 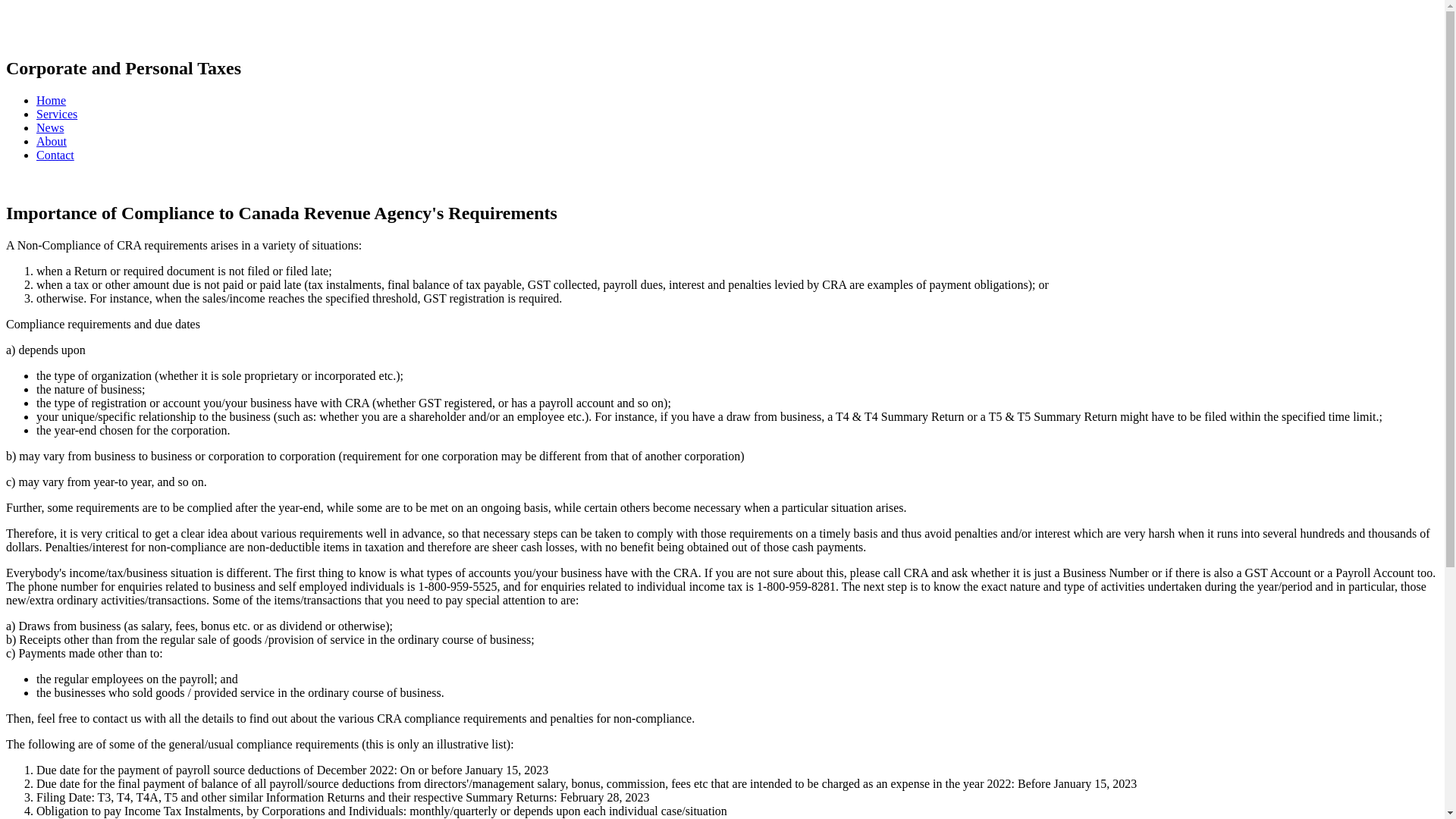 What do you see at coordinates (51, 141) in the screenshot?
I see `'About'` at bounding box center [51, 141].